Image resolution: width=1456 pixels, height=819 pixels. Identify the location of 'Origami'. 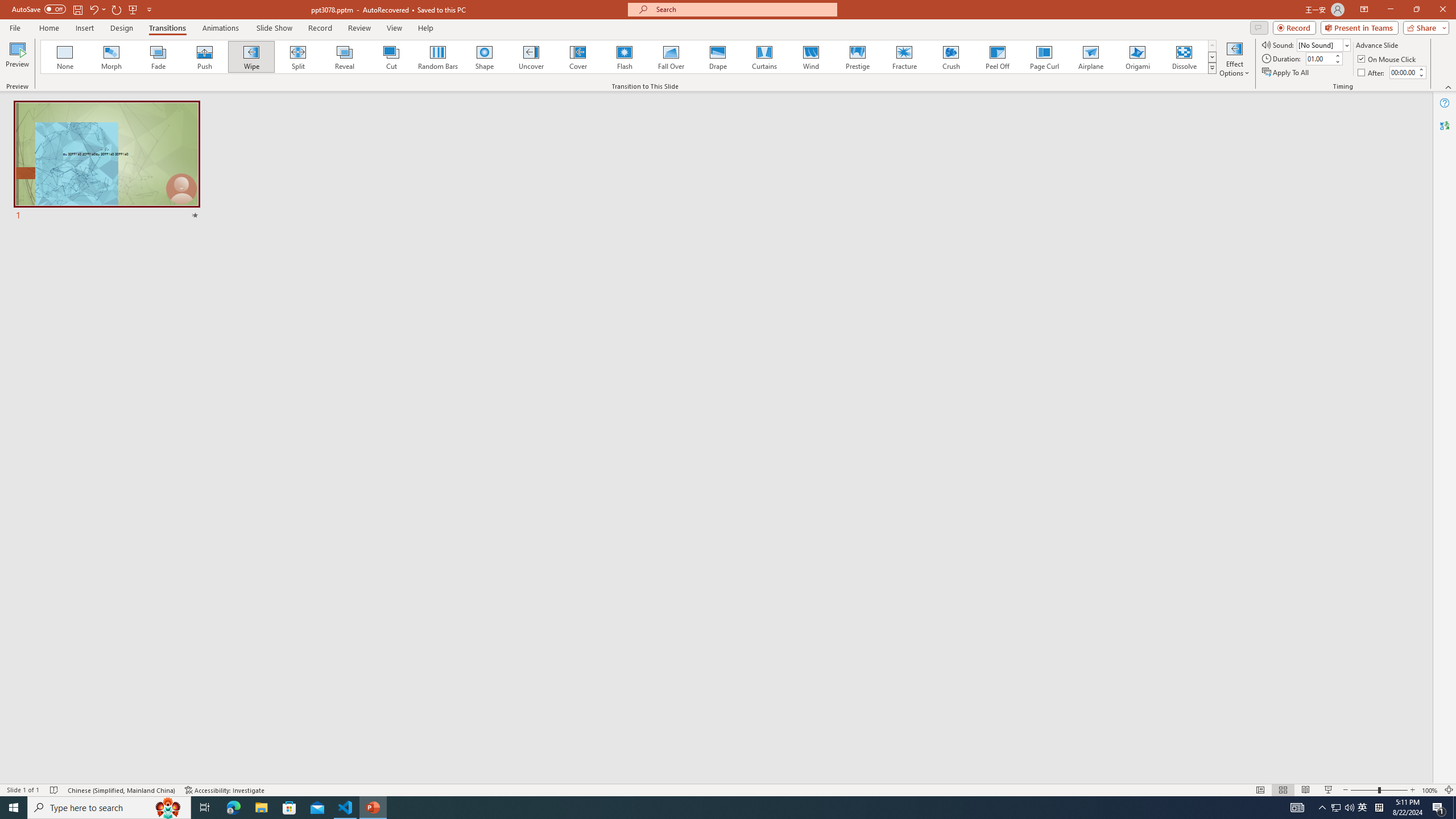
(1136, 56).